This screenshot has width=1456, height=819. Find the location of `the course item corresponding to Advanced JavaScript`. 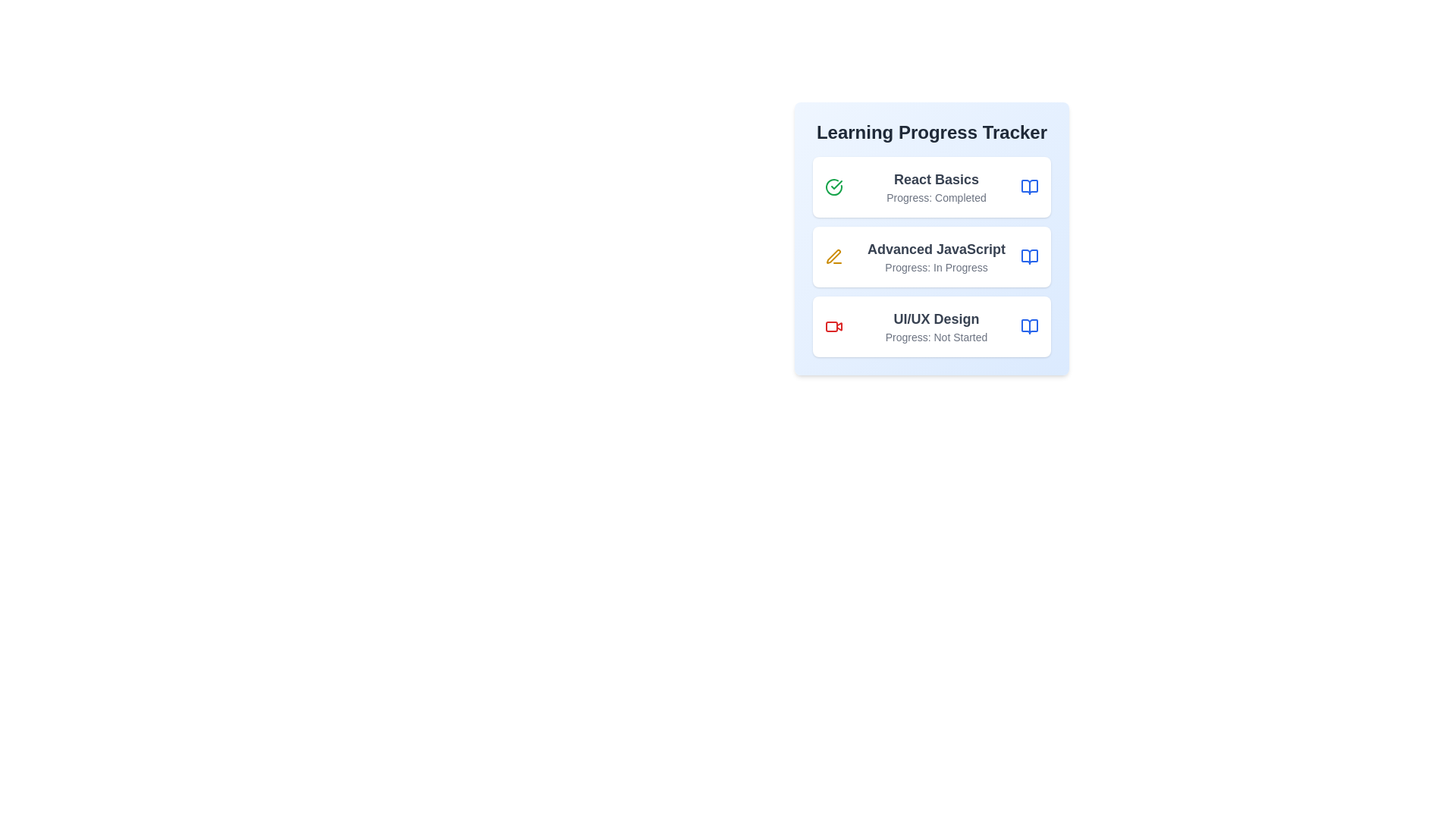

the course item corresponding to Advanced JavaScript is located at coordinates (930, 256).